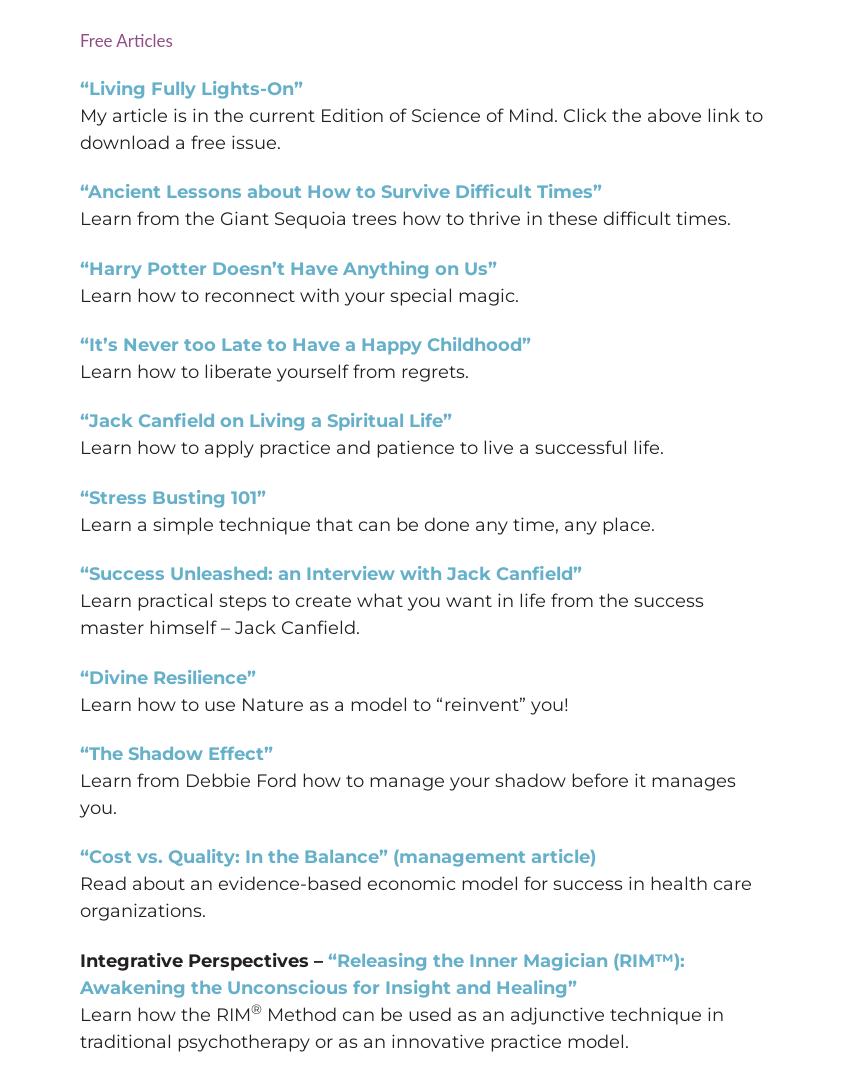 This screenshot has width=850, height=1073. What do you see at coordinates (79, 496) in the screenshot?
I see `'“Stress Busting 101”'` at bounding box center [79, 496].